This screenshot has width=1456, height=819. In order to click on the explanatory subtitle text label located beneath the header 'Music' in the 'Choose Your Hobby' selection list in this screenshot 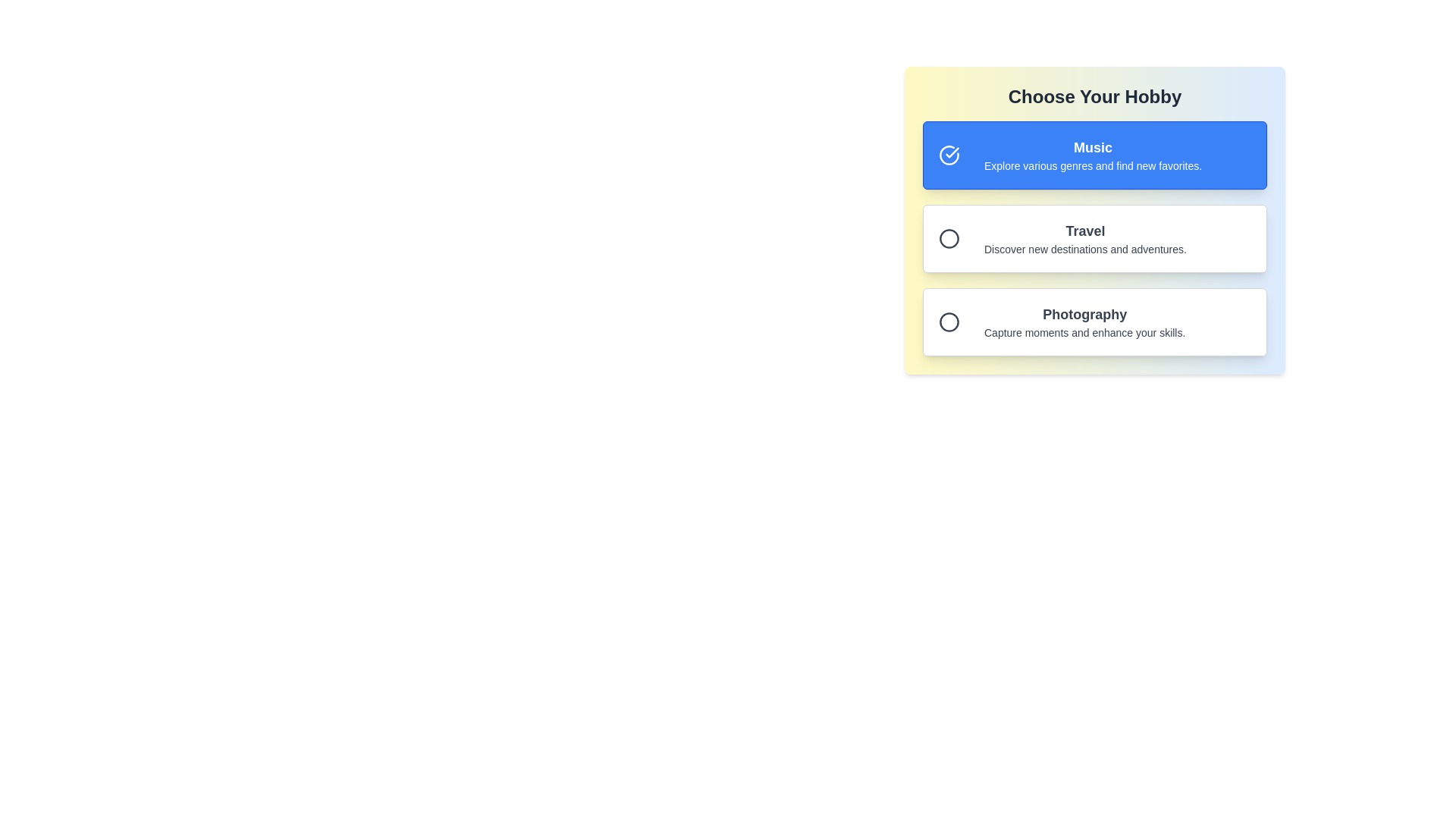, I will do `click(1093, 166)`.